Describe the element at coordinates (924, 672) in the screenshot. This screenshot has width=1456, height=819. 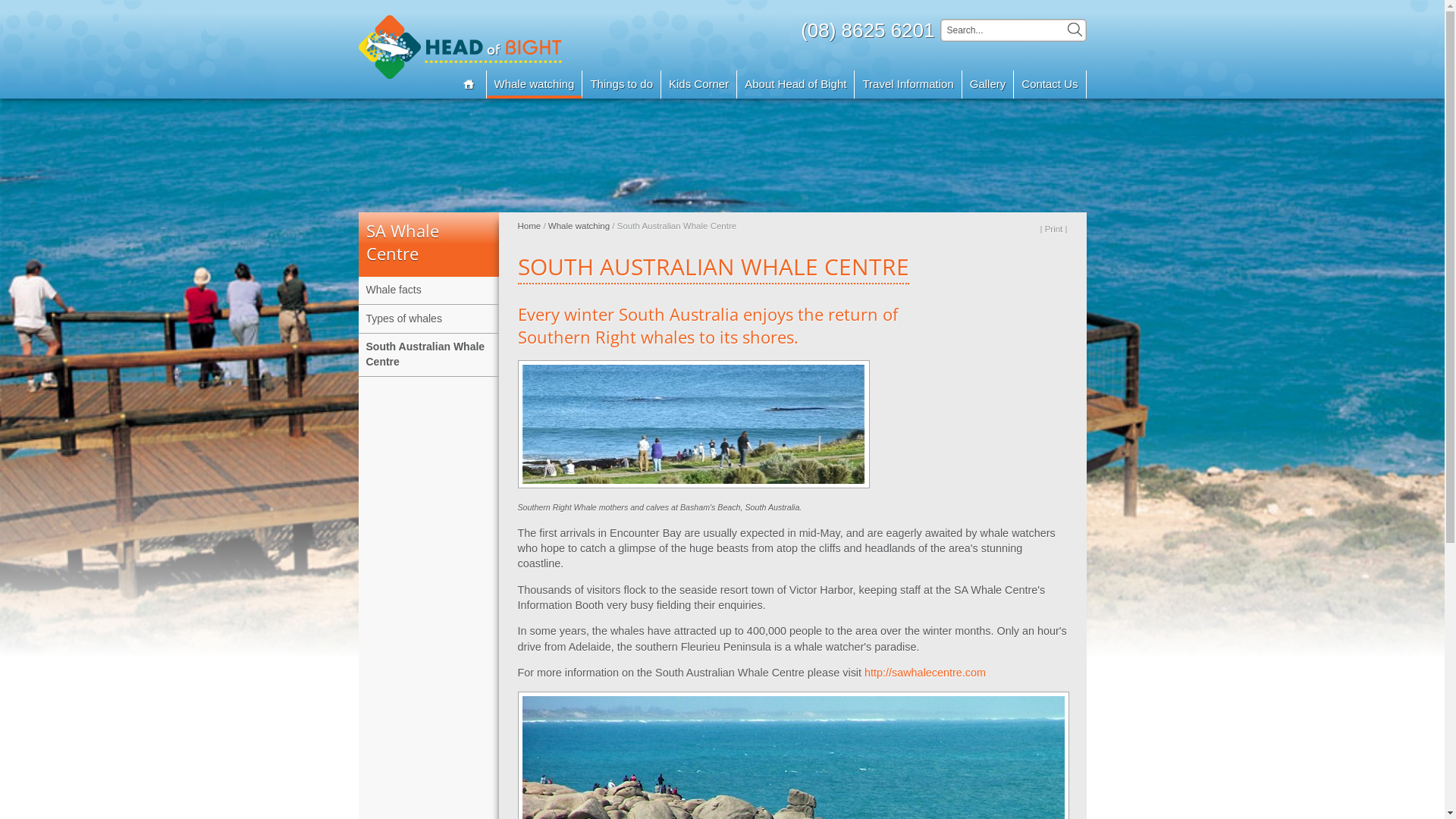
I see `'http://sawhalecentre.com'` at that location.